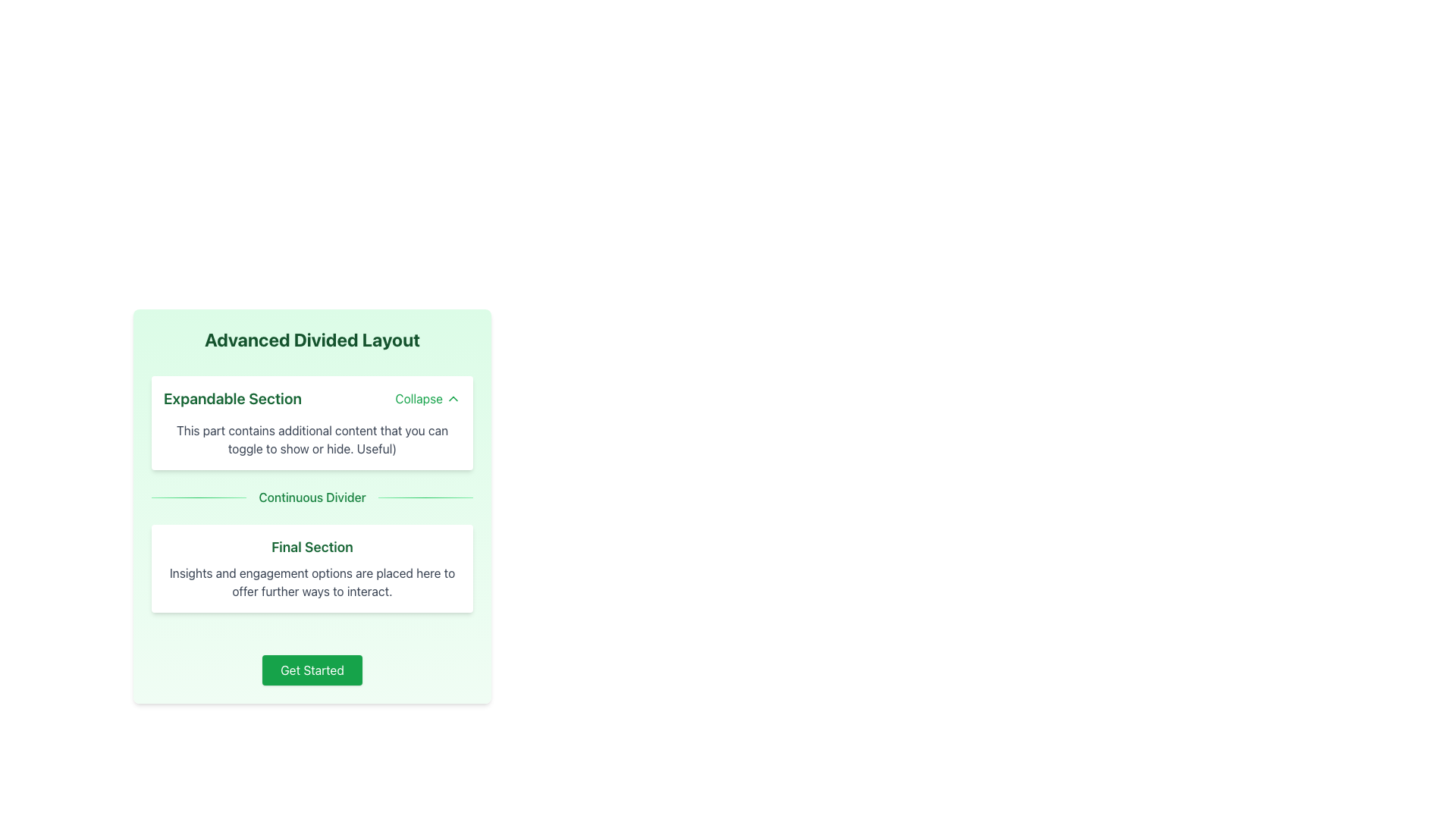  Describe the element at coordinates (427, 397) in the screenshot. I see `the 'Collapse' button with green text and an upward-pointing chevron icon` at that location.